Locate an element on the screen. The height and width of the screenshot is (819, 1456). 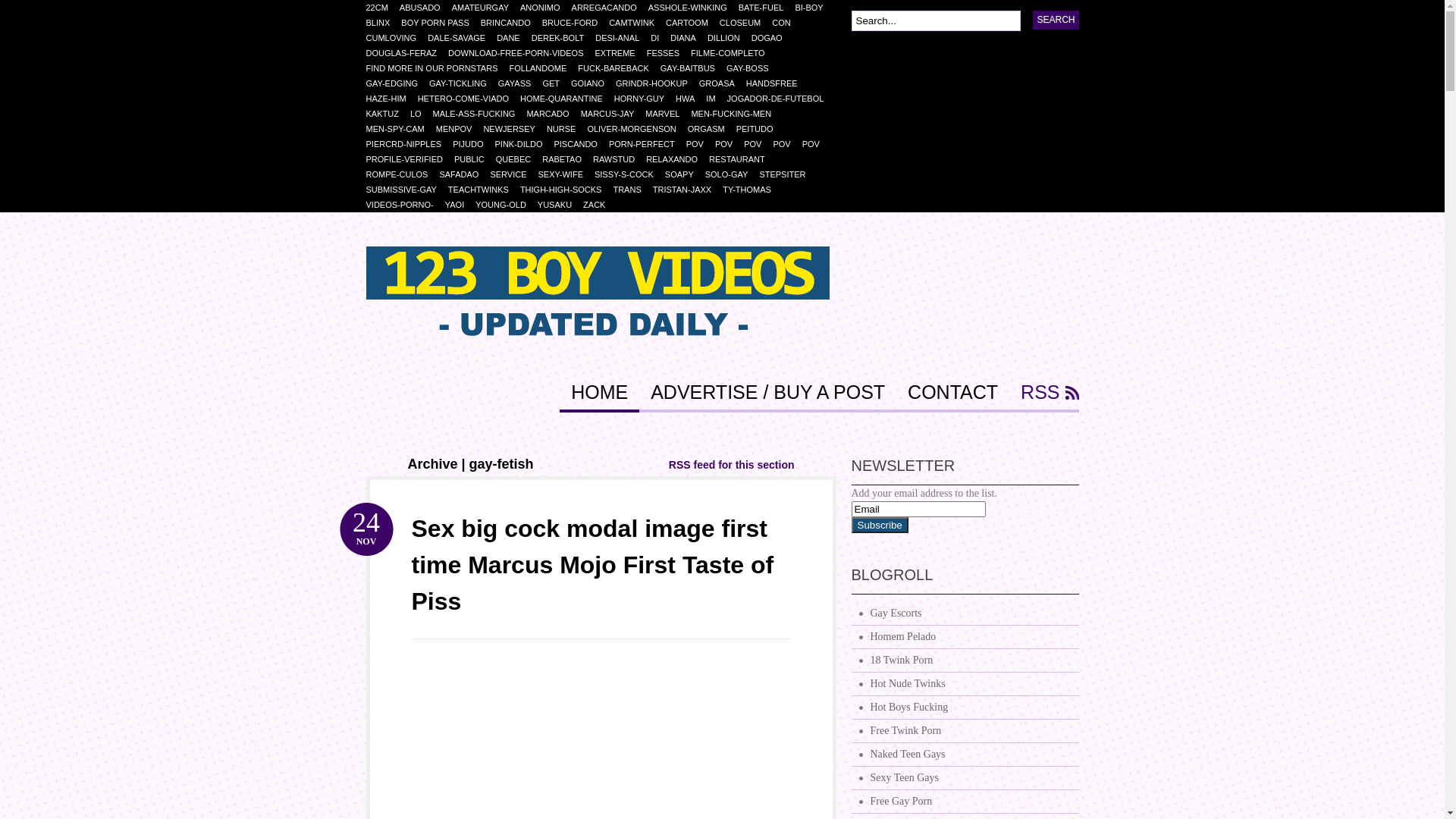
'GRINDR-HOOKUP' is located at coordinates (615, 83).